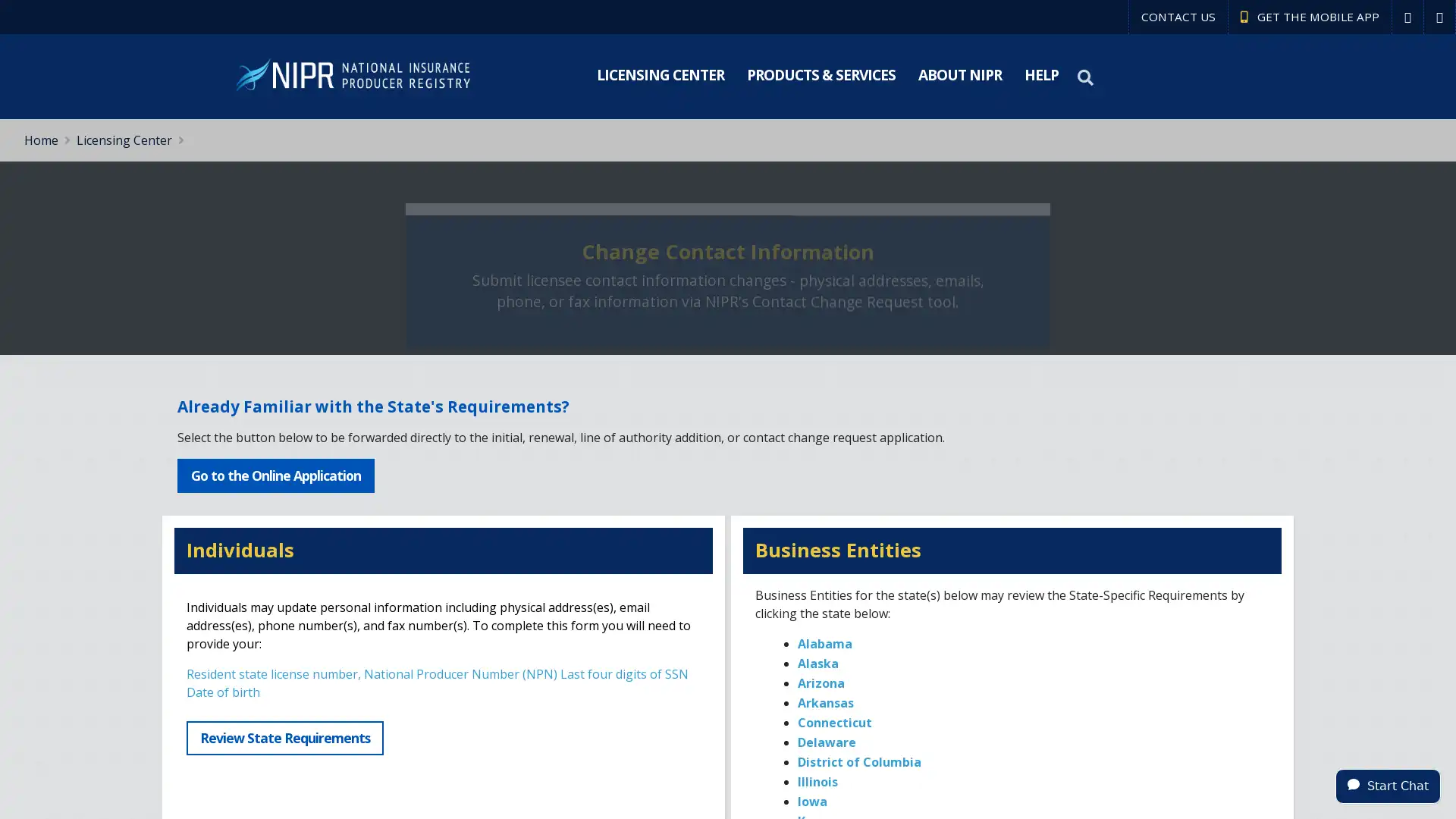 The image size is (1456, 819). Describe the element at coordinates (1388, 785) in the screenshot. I see `Start Chat` at that location.